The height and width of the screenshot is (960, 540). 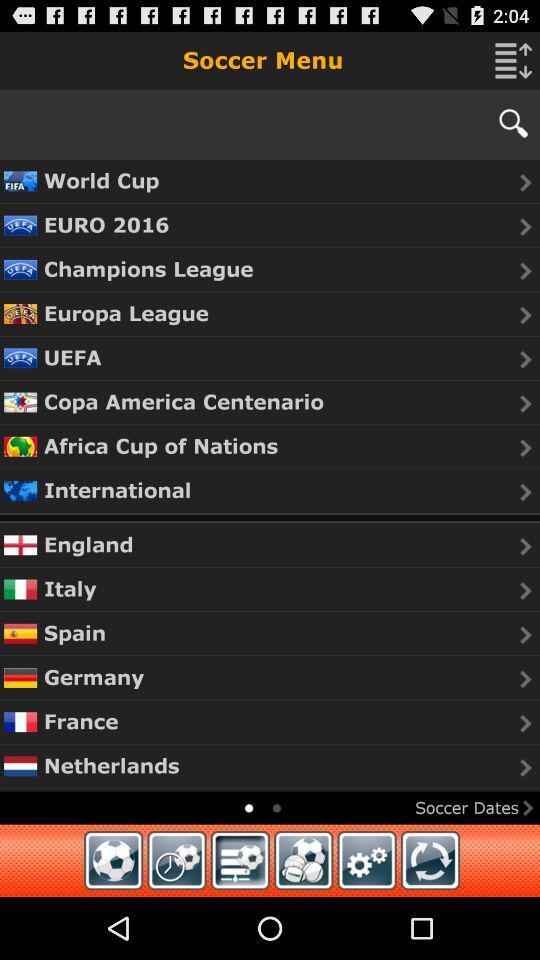 What do you see at coordinates (366, 921) in the screenshot?
I see `the settings icon` at bounding box center [366, 921].